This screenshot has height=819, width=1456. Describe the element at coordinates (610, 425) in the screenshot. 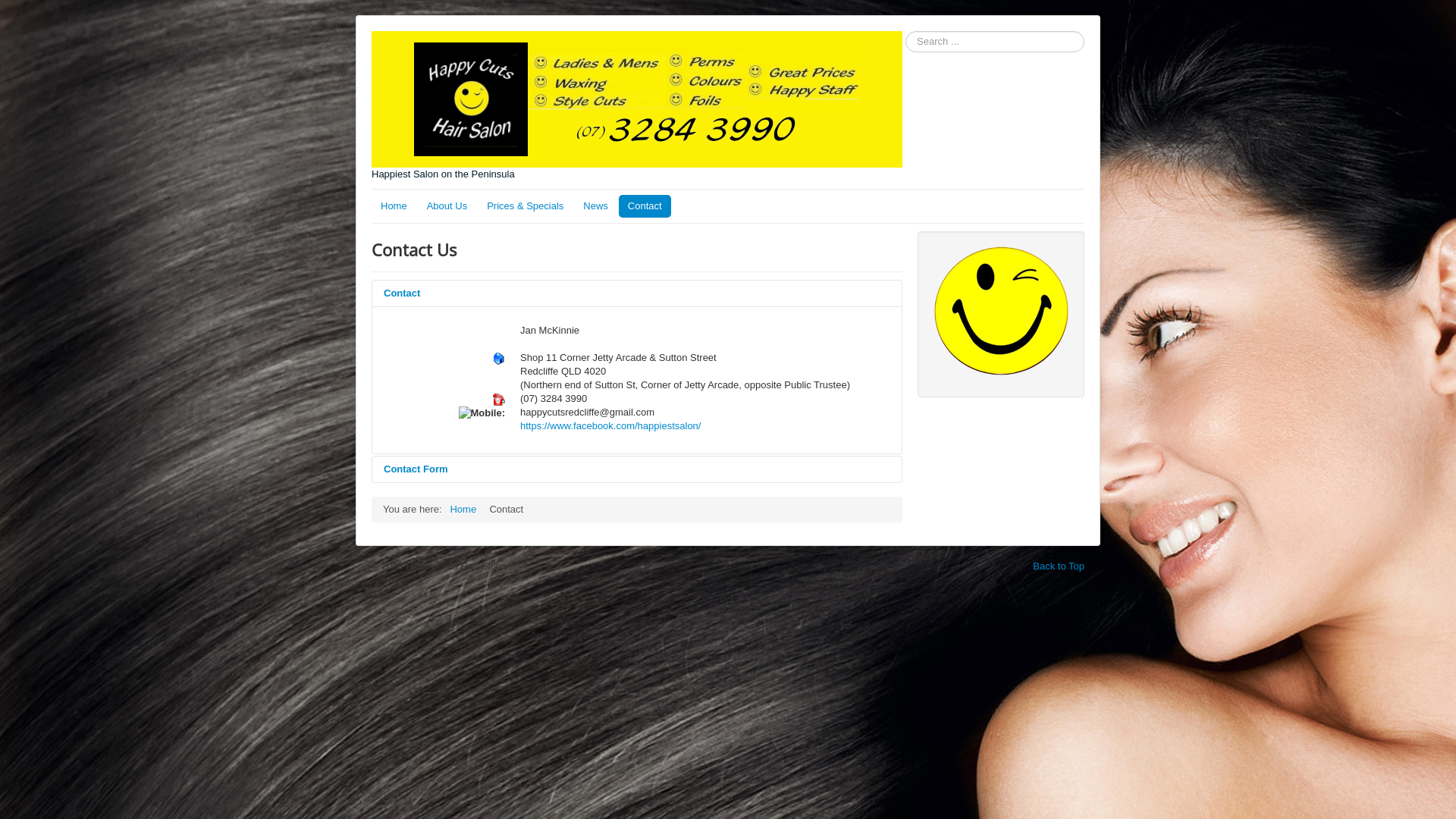

I see `'https://www.facebook.com/happiestsalon/'` at that location.